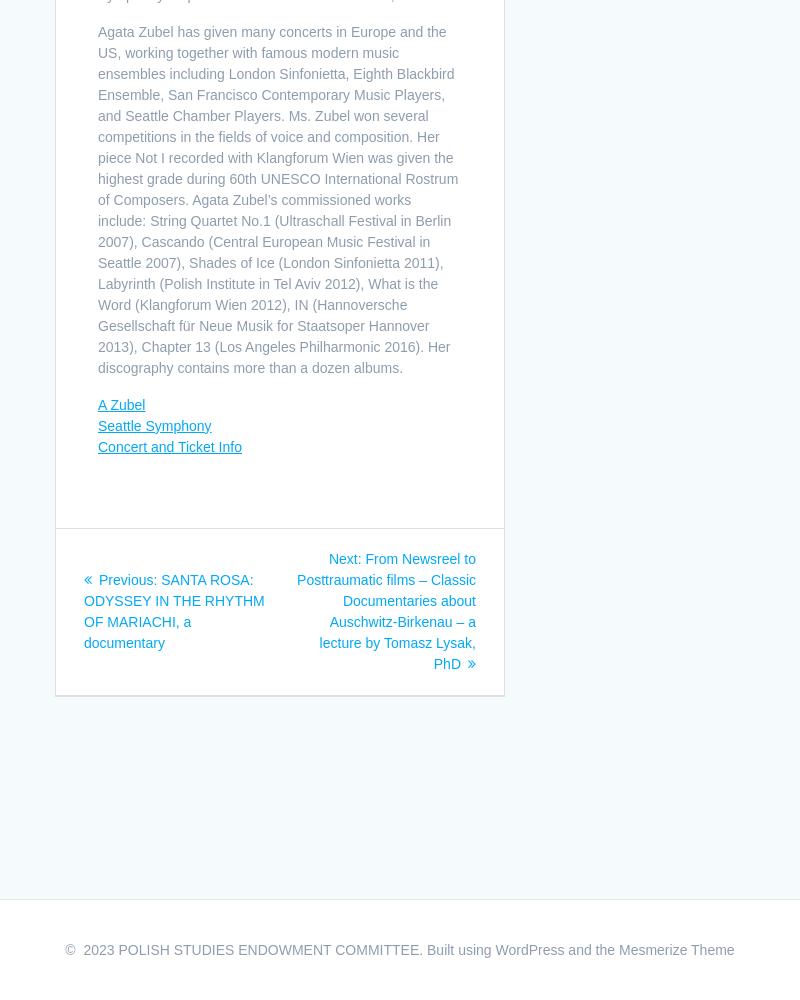 The width and height of the screenshot is (800, 1000). Describe the element at coordinates (120, 404) in the screenshot. I see `'A Zubel'` at that location.